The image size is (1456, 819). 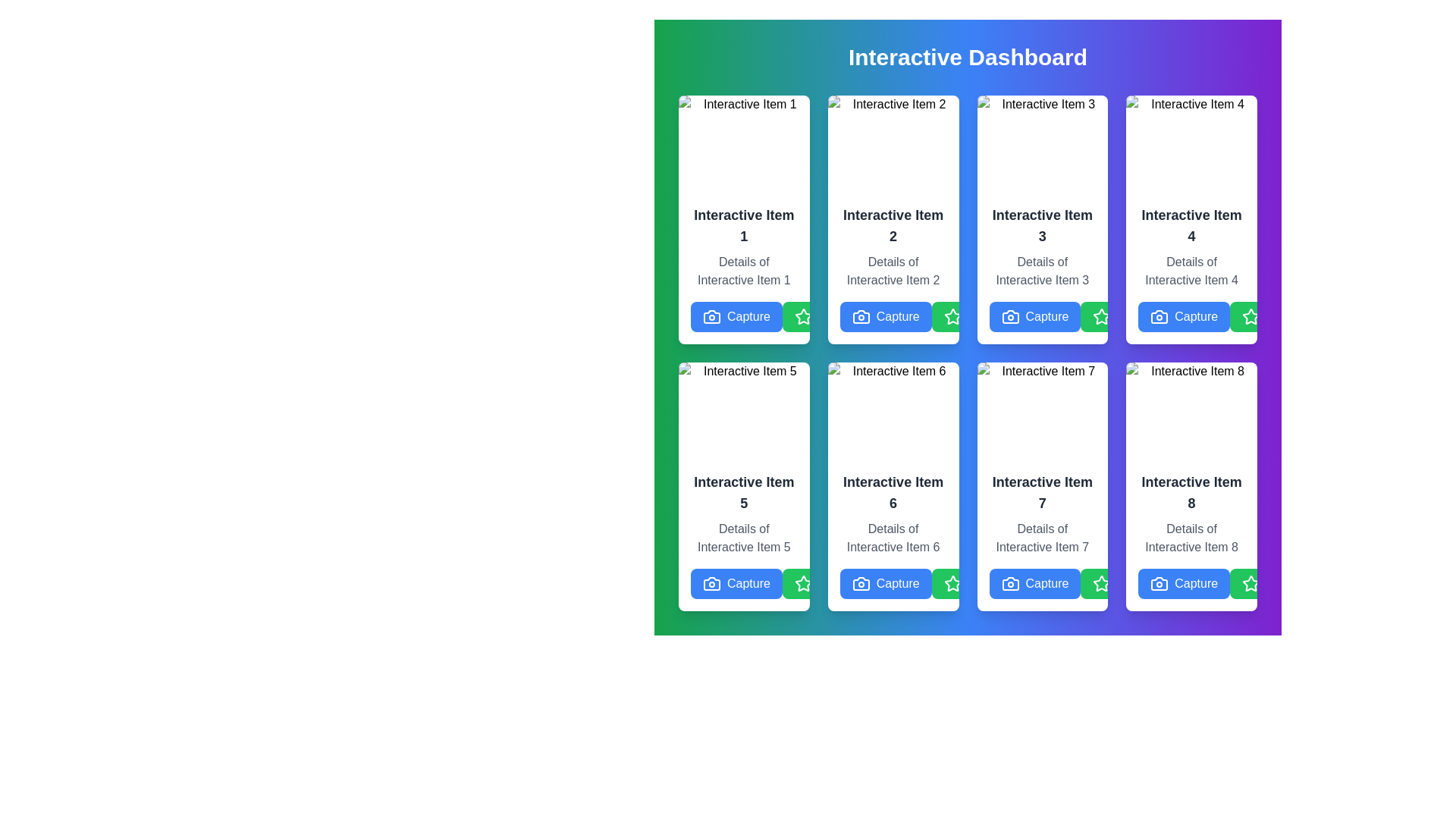 What do you see at coordinates (1041, 225) in the screenshot?
I see `the title text of the third card in the top row labeled 'Interactive Dashboard', which is positioned above the text 'Details of Interactive Item 3'` at bounding box center [1041, 225].